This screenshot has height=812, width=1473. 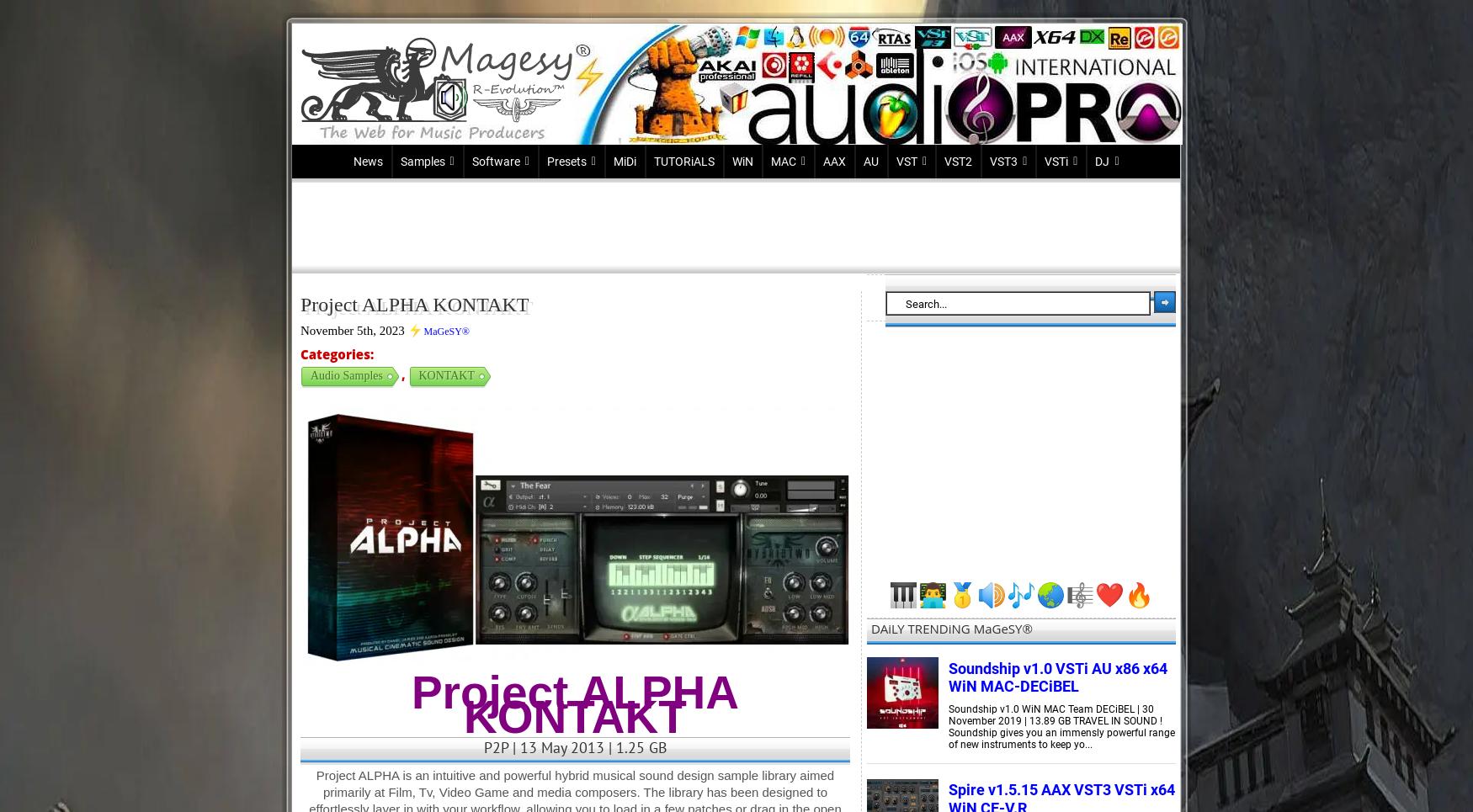 What do you see at coordinates (501, 398) in the screenshot?
I see `'PRESONUS'` at bounding box center [501, 398].